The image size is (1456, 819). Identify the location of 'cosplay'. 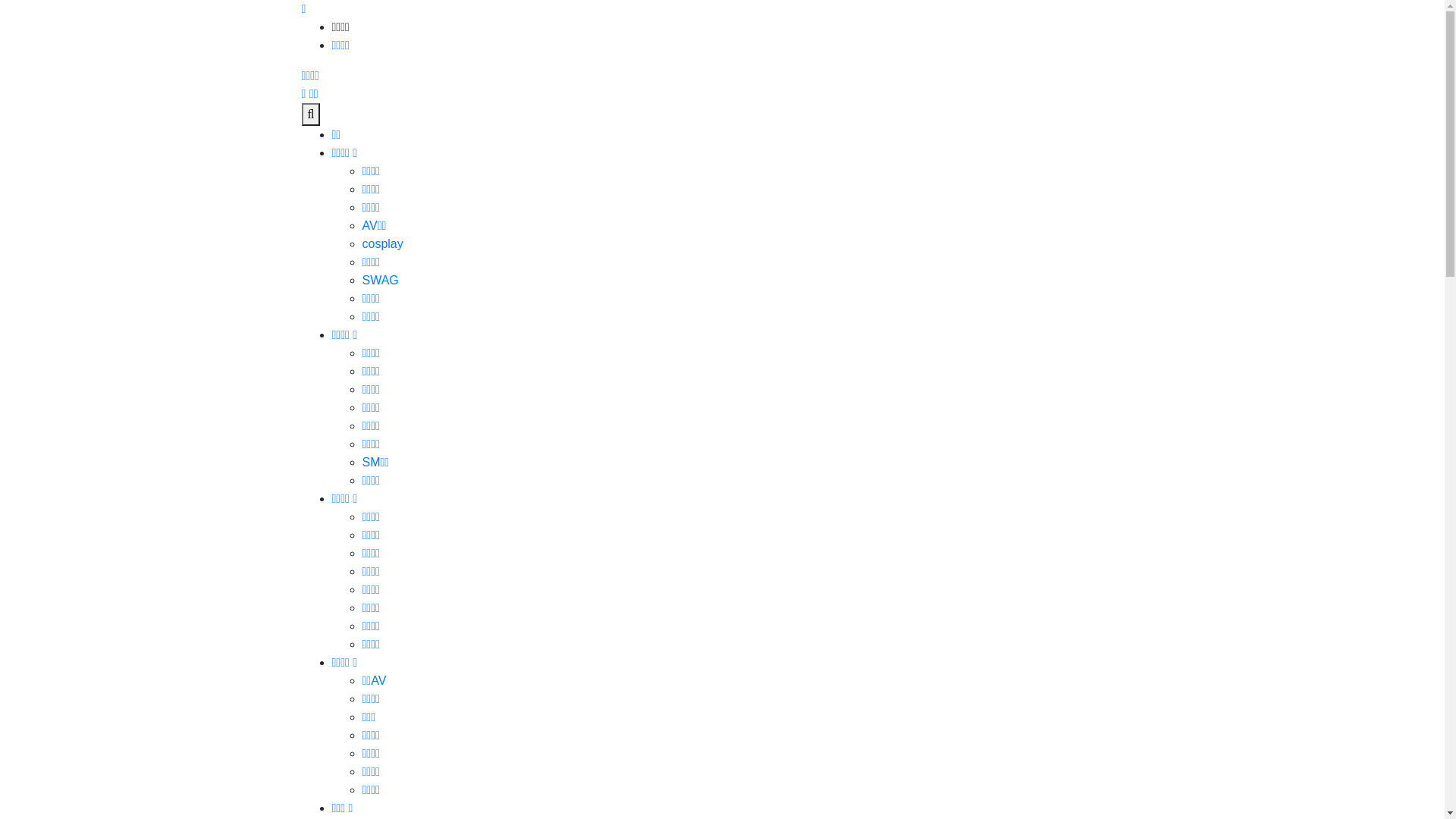
(382, 243).